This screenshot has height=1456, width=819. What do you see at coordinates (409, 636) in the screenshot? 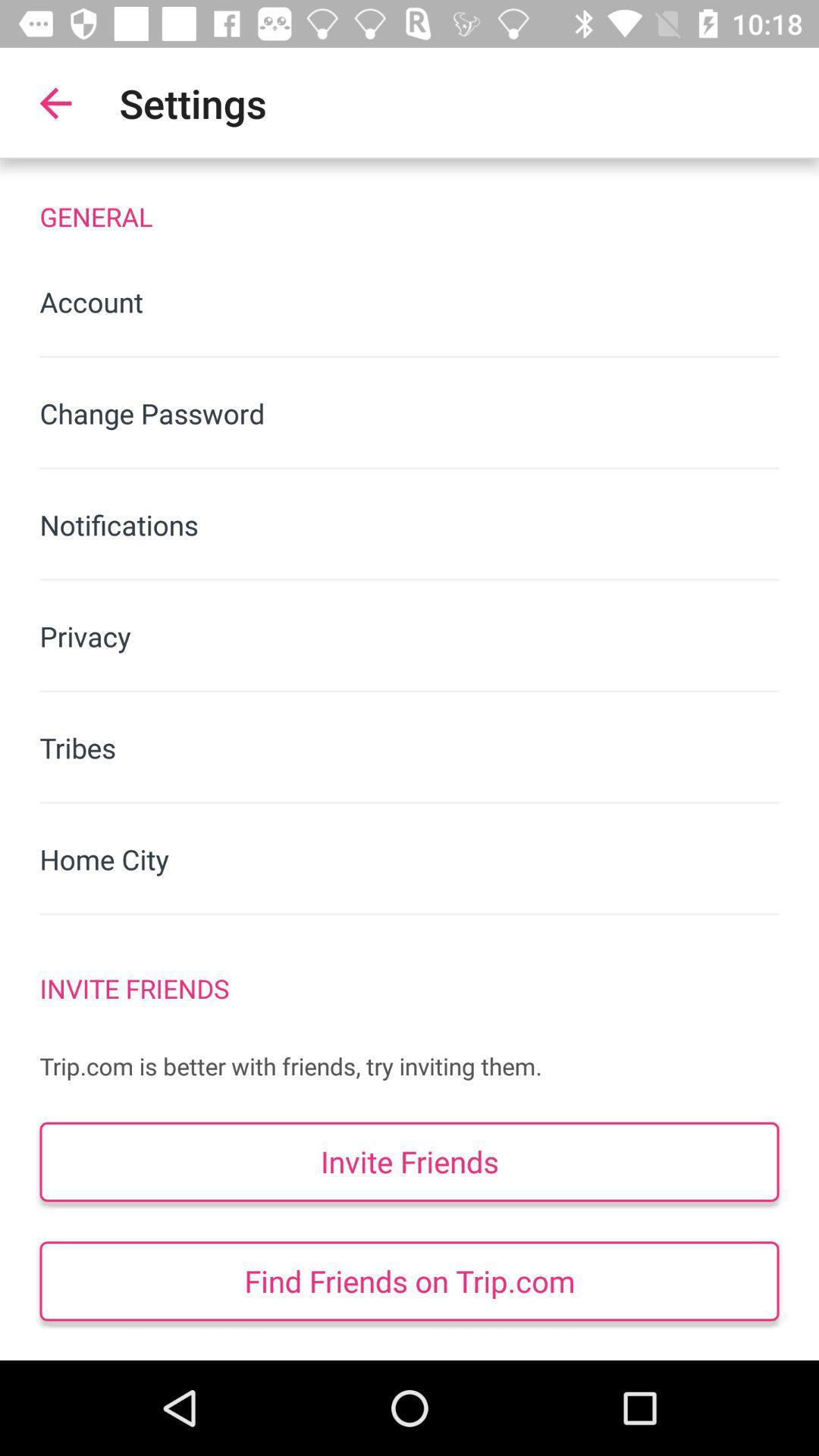
I see `privacy` at bounding box center [409, 636].